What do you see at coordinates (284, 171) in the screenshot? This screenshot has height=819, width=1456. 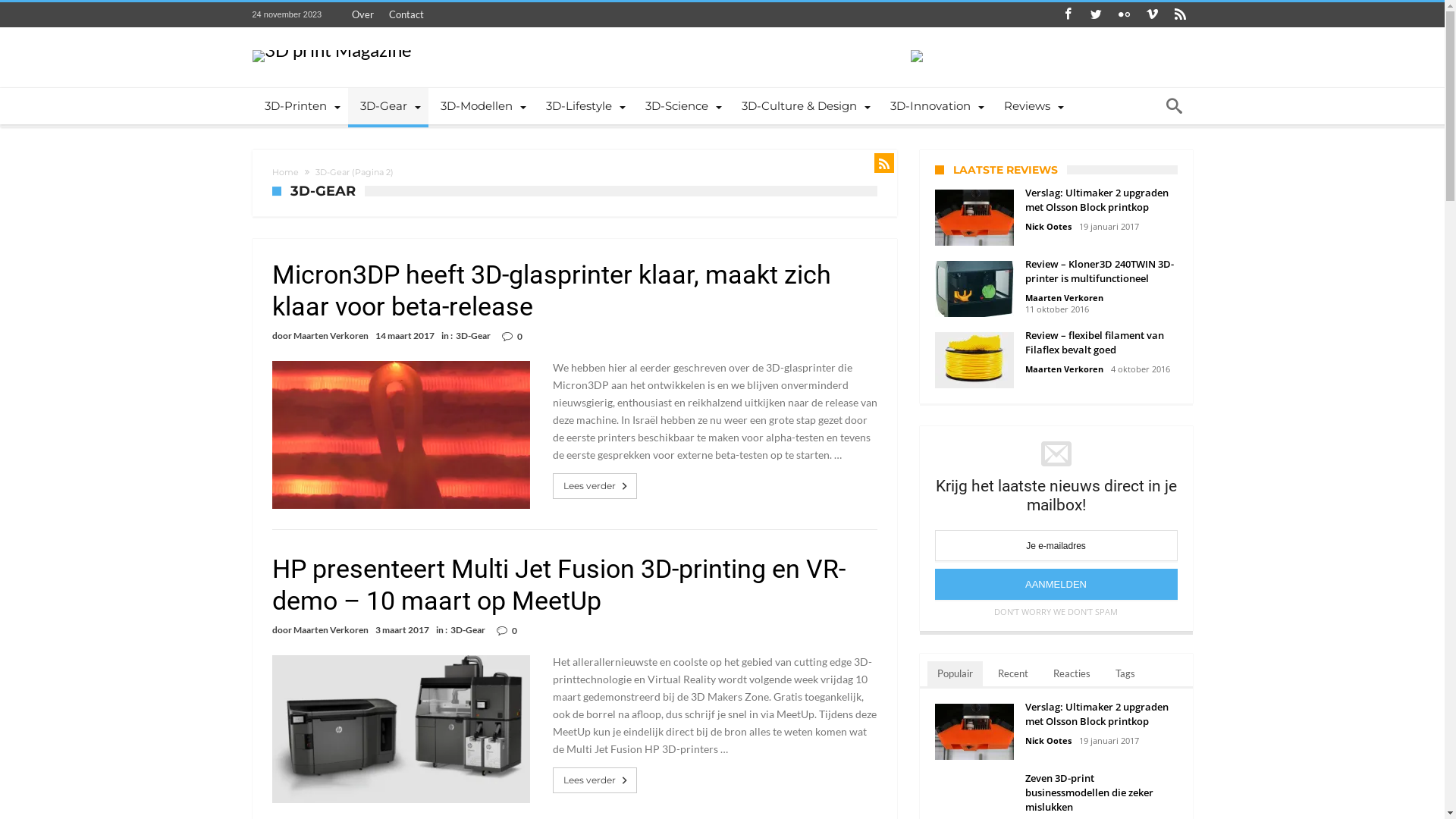 I see `'Home'` at bounding box center [284, 171].